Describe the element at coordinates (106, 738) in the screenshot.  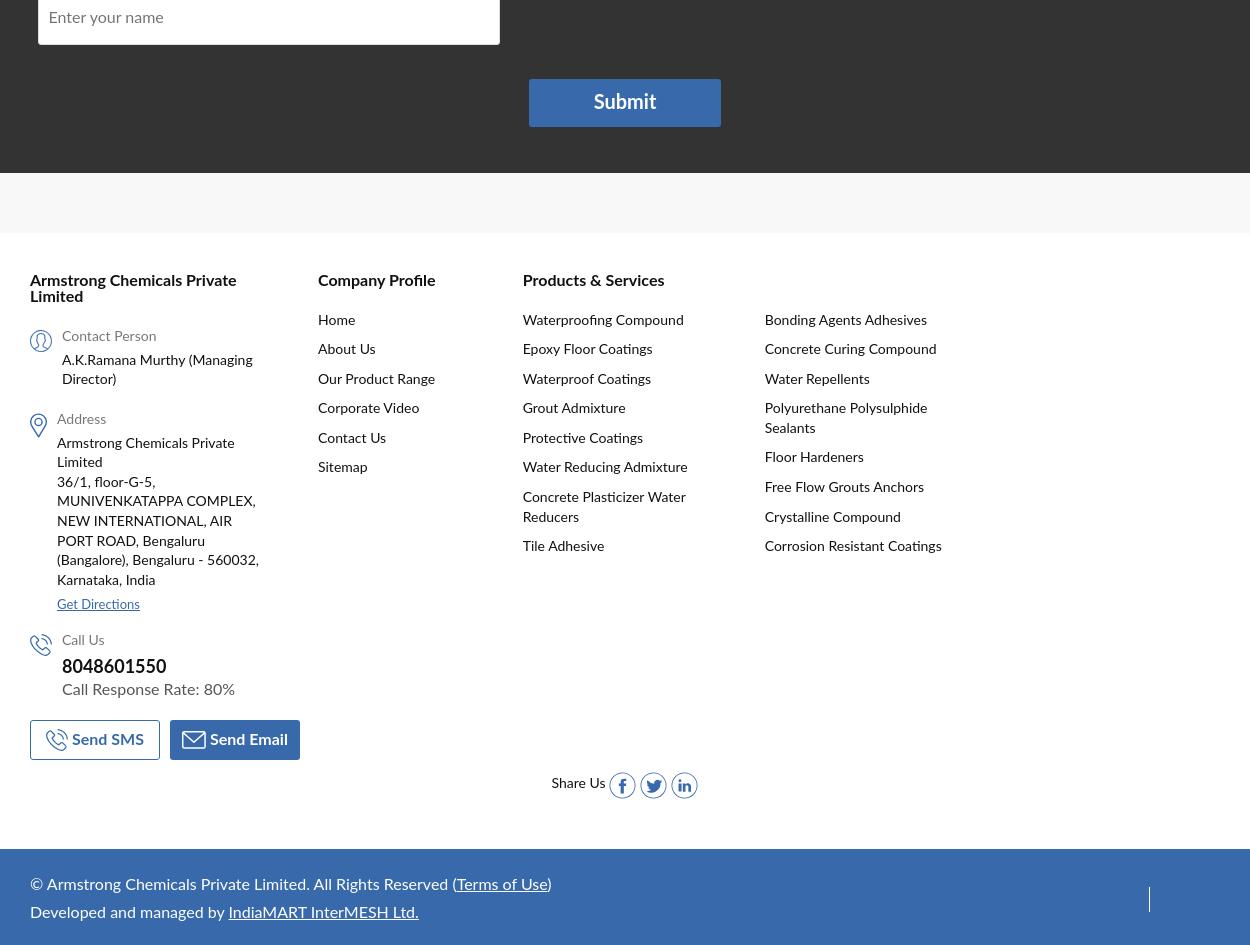
I see `'Send SMS'` at that location.